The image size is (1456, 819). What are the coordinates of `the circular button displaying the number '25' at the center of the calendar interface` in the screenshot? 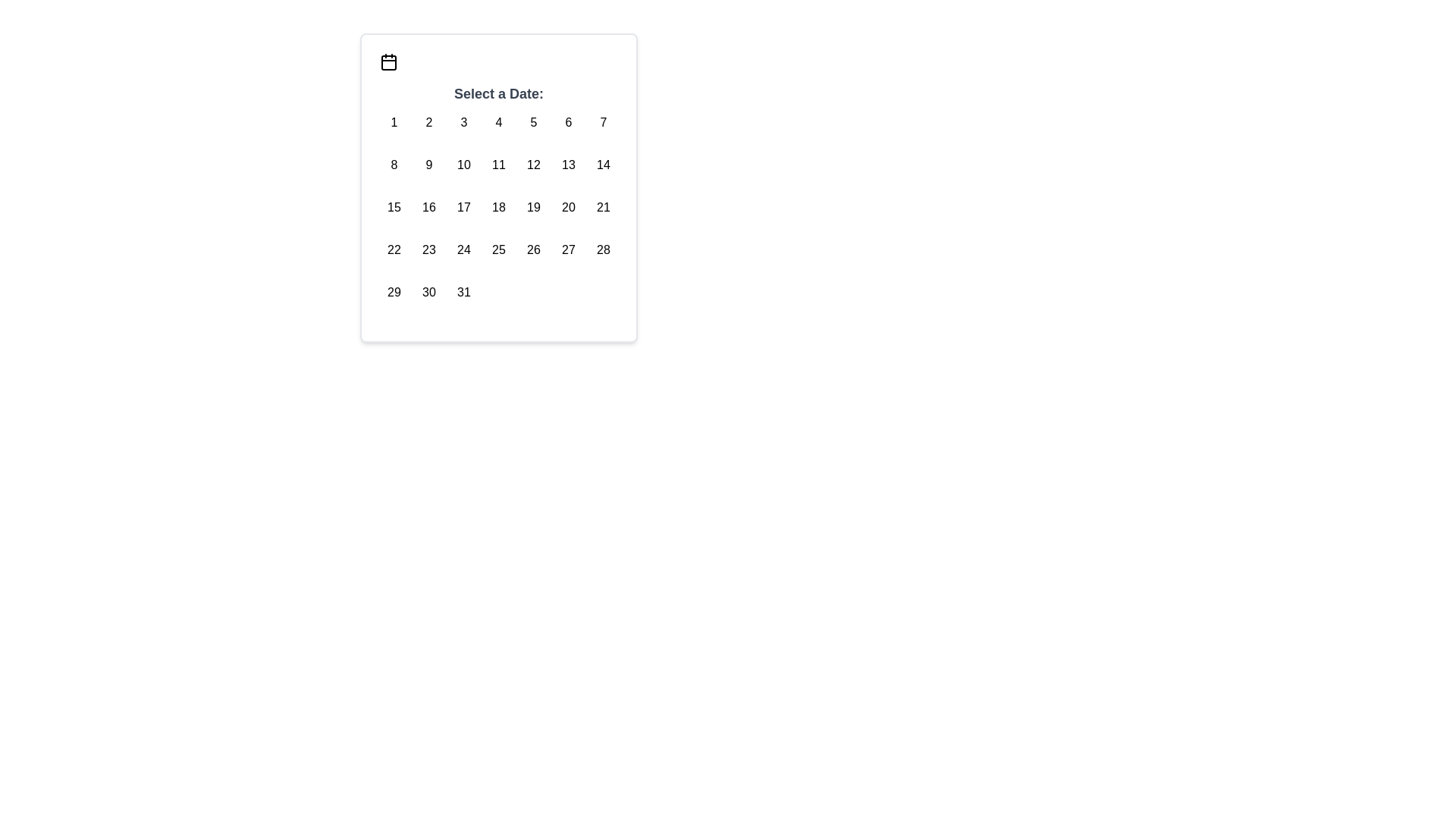 It's located at (498, 249).